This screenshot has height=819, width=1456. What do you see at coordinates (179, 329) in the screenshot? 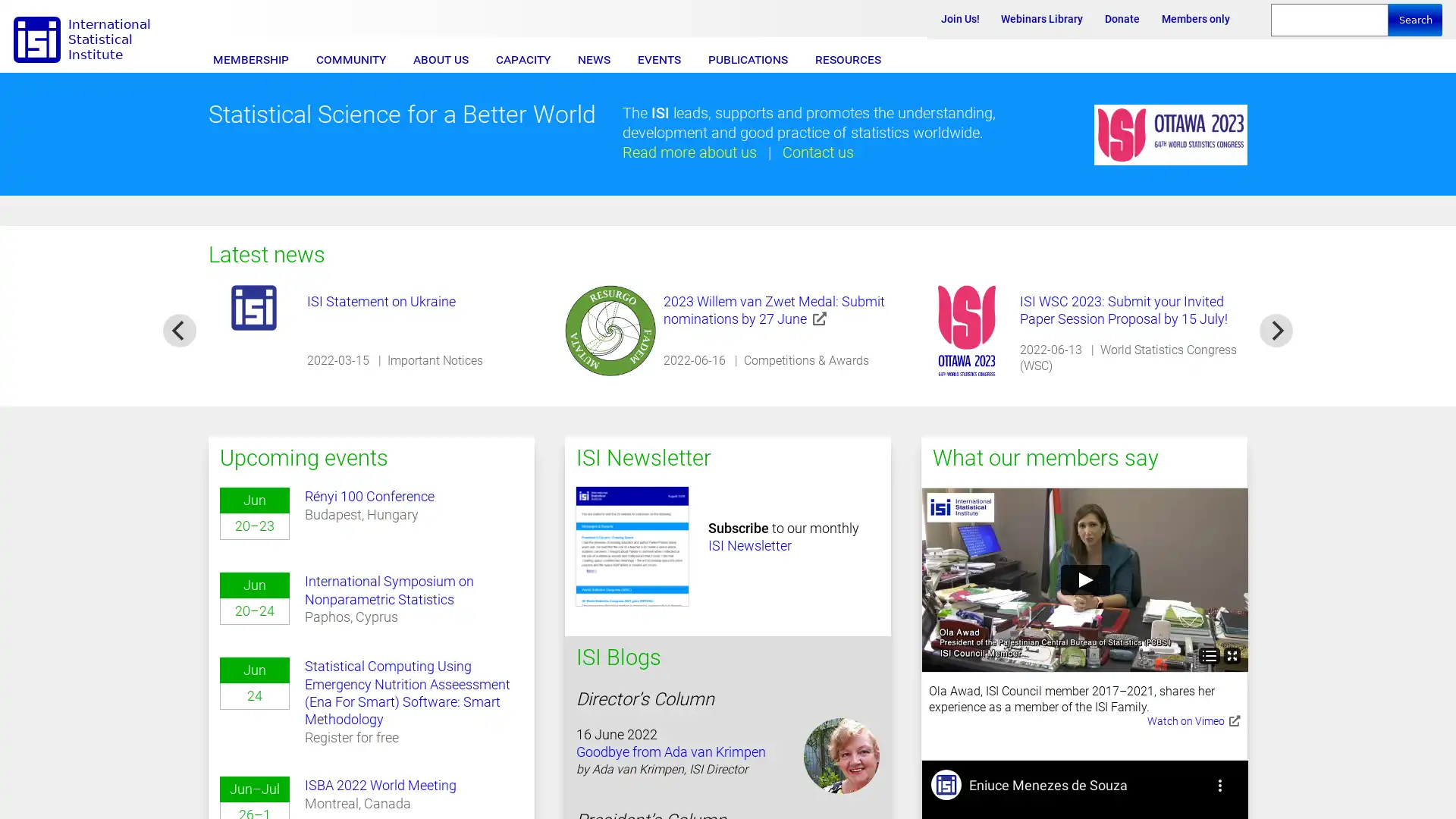
I see `previous` at bounding box center [179, 329].